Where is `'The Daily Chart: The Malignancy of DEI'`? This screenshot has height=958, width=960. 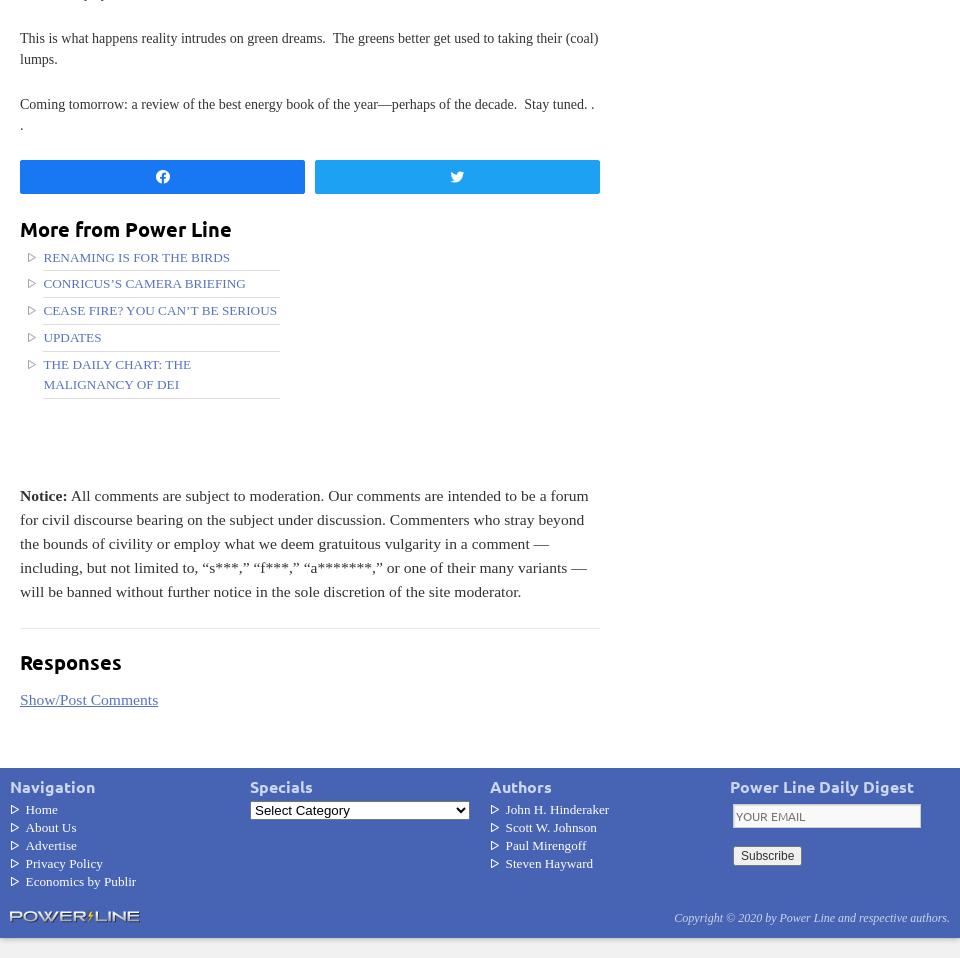
'The Daily Chart: The Malignancy of DEI' is located at coordinates (117, 373).